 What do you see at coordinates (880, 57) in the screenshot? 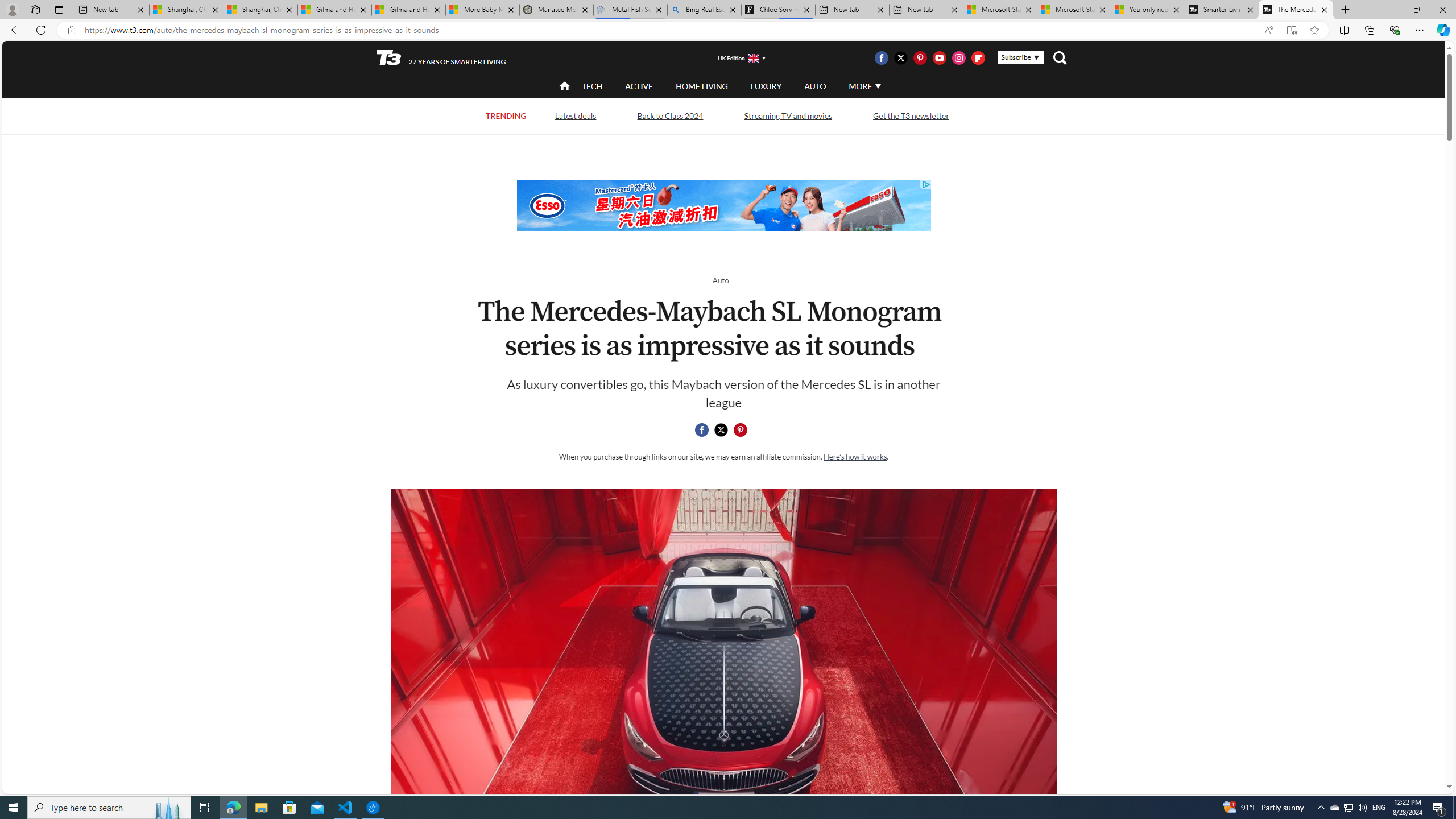
I see `'Visit us on Facebook'` at bounding box center [880, 57].